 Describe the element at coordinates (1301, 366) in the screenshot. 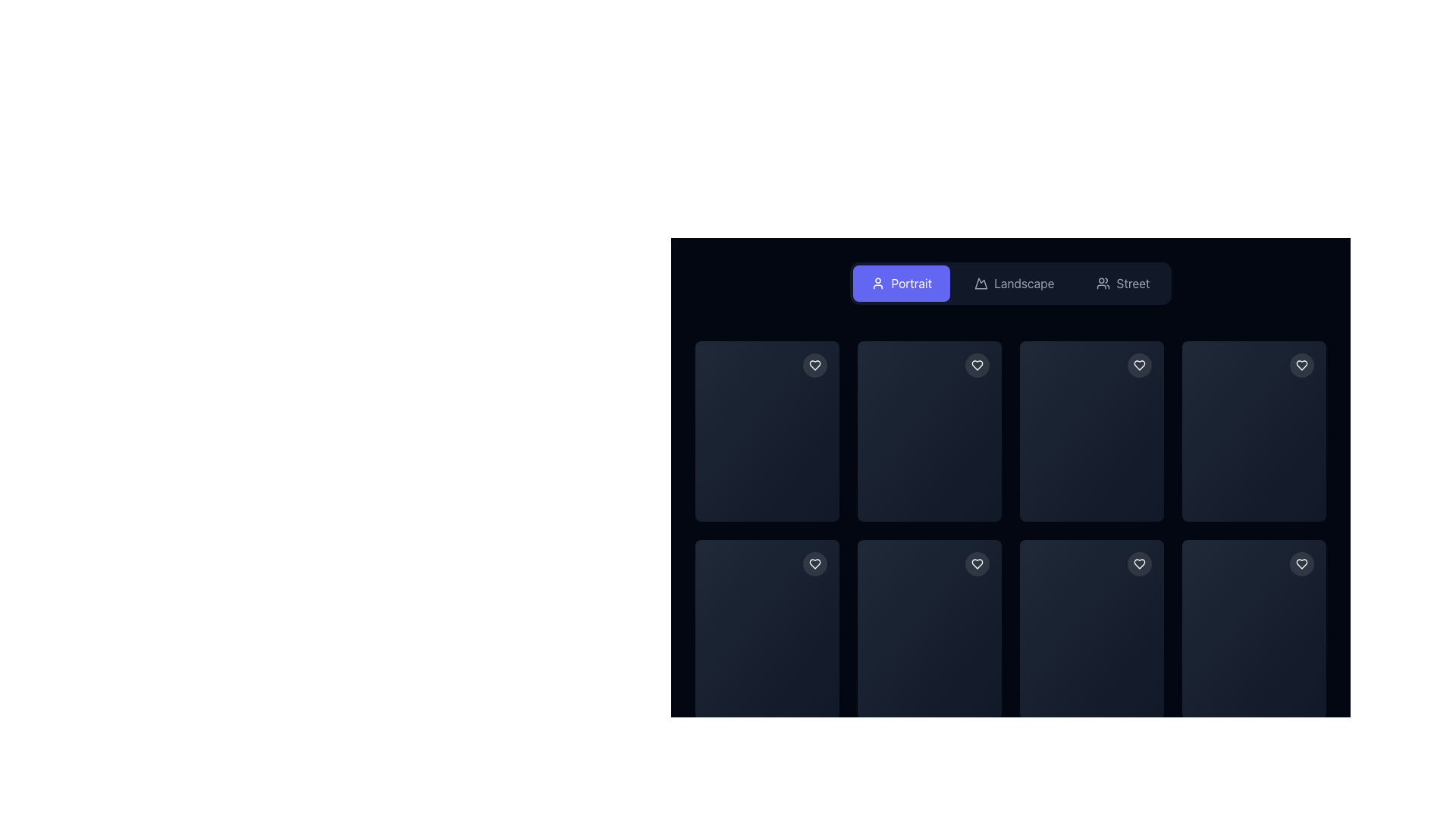

I see `the heart-shaped icon within the button located in the top-right corner of the last item in the grid layout to like or favorite the item` at that location.